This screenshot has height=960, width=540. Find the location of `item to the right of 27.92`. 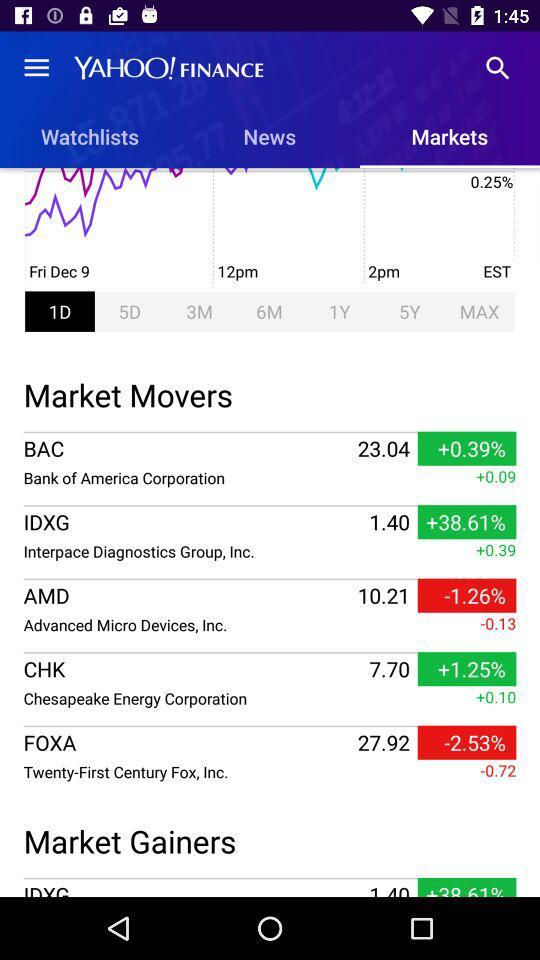

item to the right of 27.92 is located at coordinates (467, 741).